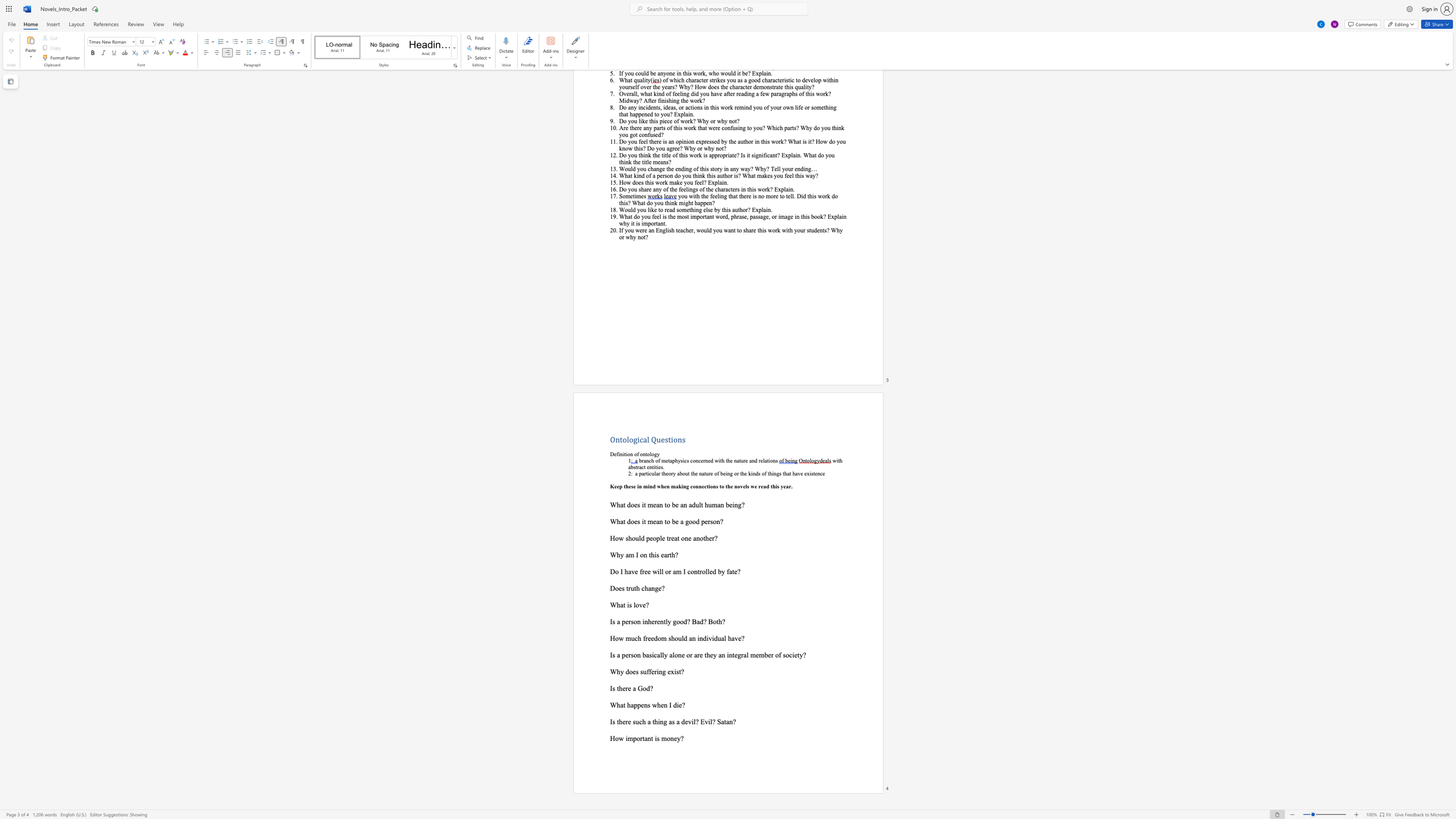 This screenshot has width=1456, height=819. I want to click on the subset text "ctions to the novels we read this ye" within the text "Keep these in mind when making connections to the novels we read this year.", so click(704, 486).